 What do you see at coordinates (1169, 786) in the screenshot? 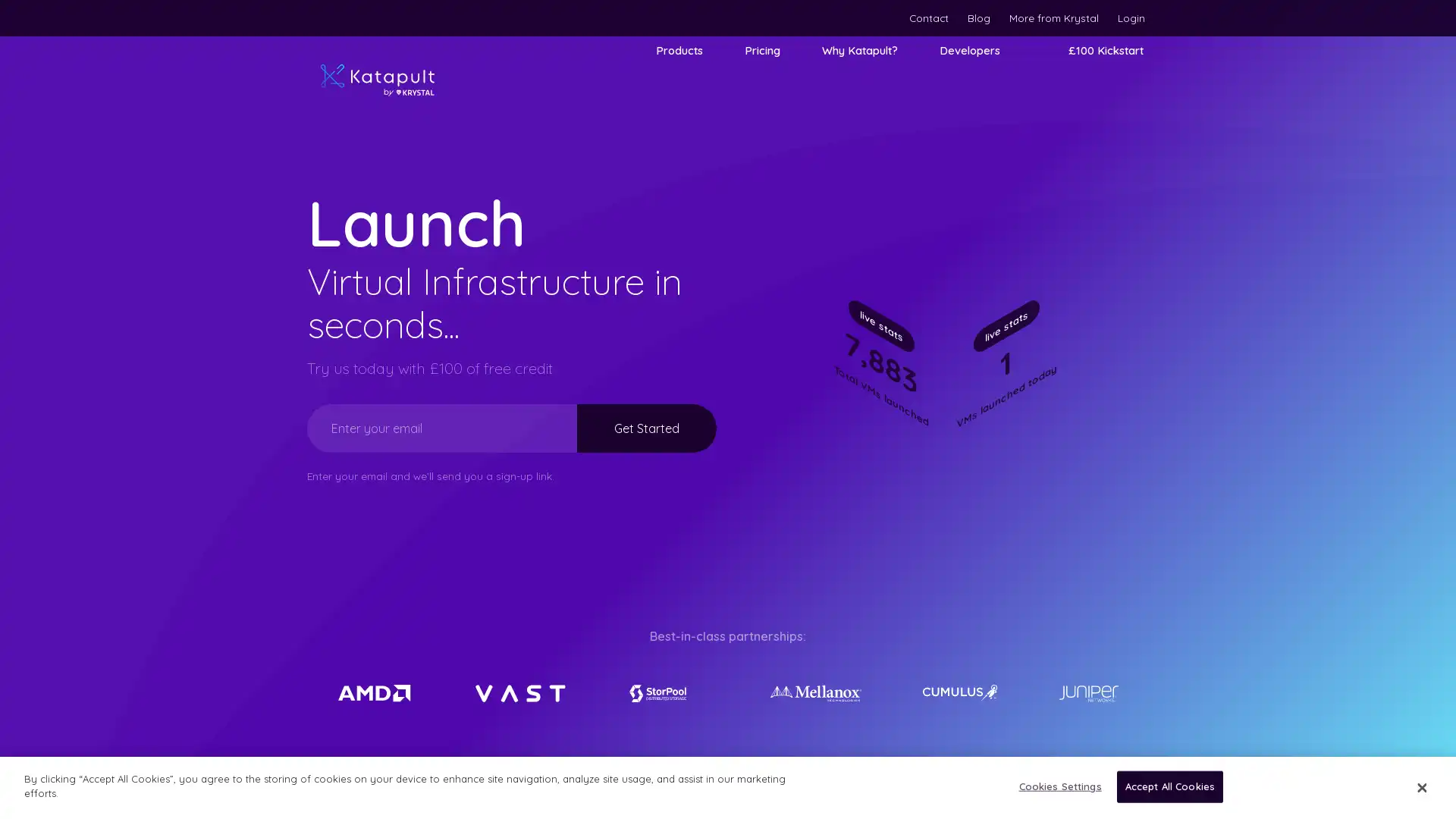
I see `Accept All Cookies` at bounding box center [1169, 786].